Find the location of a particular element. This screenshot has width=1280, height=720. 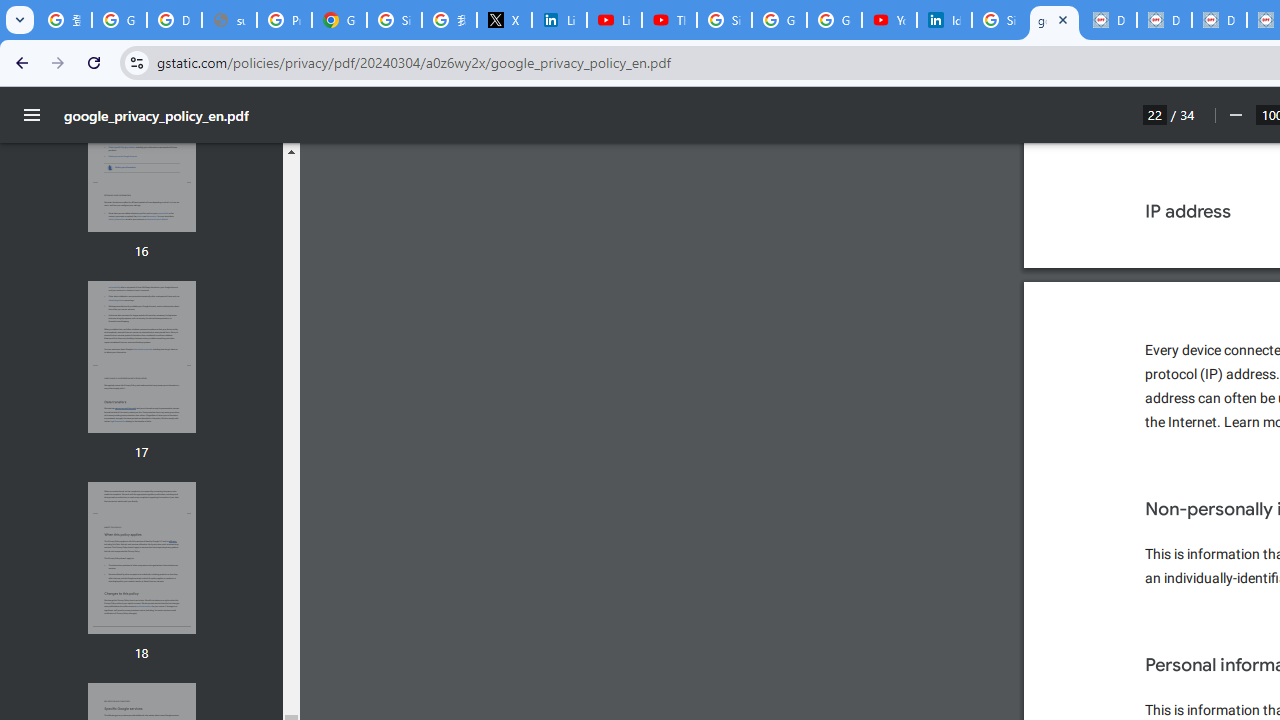

'Page number' is located at coordinates (1155, 114).